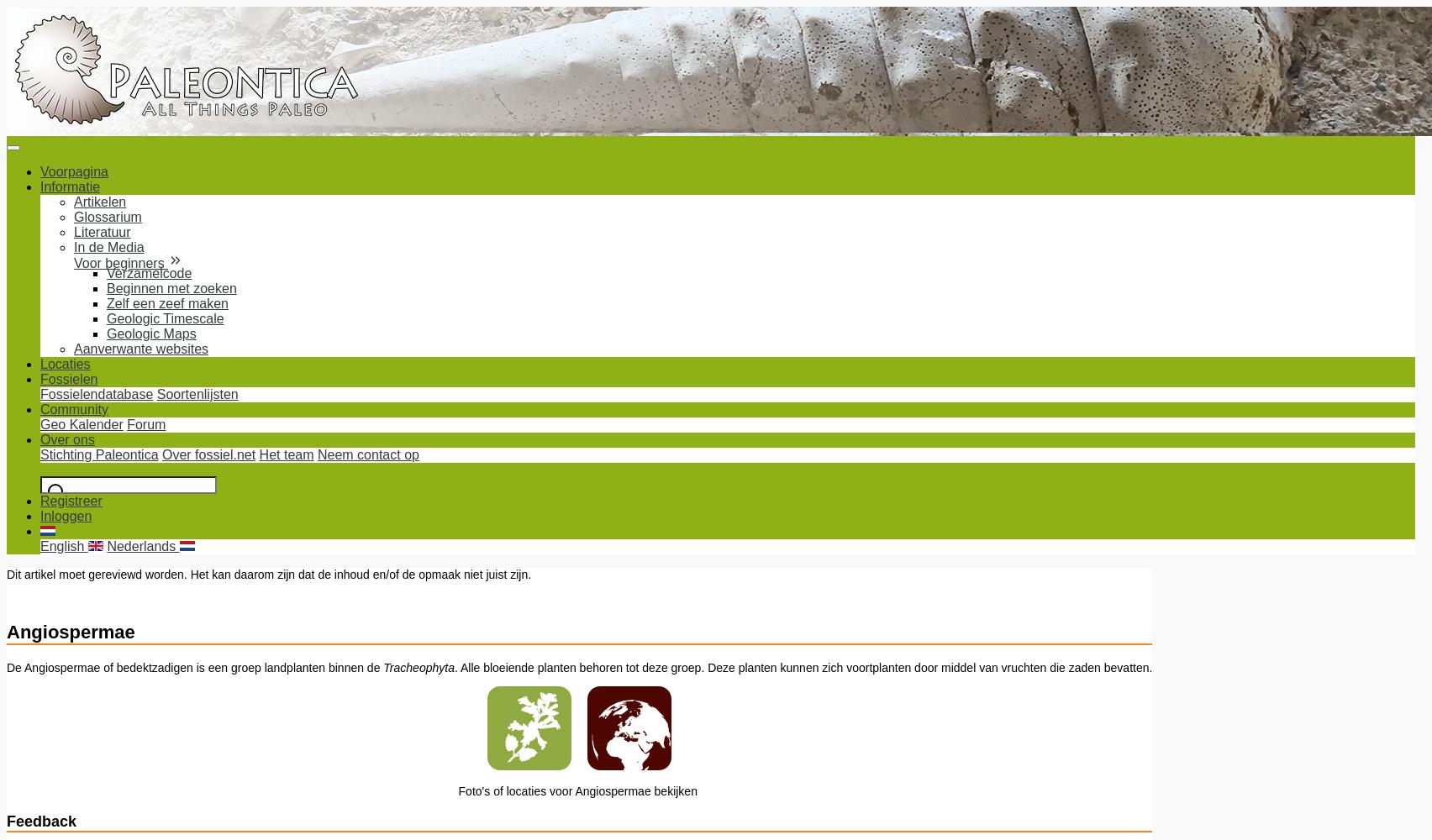 The width and height of the screenshot is (1432, 840). What do you see at coordinates (97, 393) in the screenshot?
I see `'Fossielendatabase'` at bounding box center [97, 393].